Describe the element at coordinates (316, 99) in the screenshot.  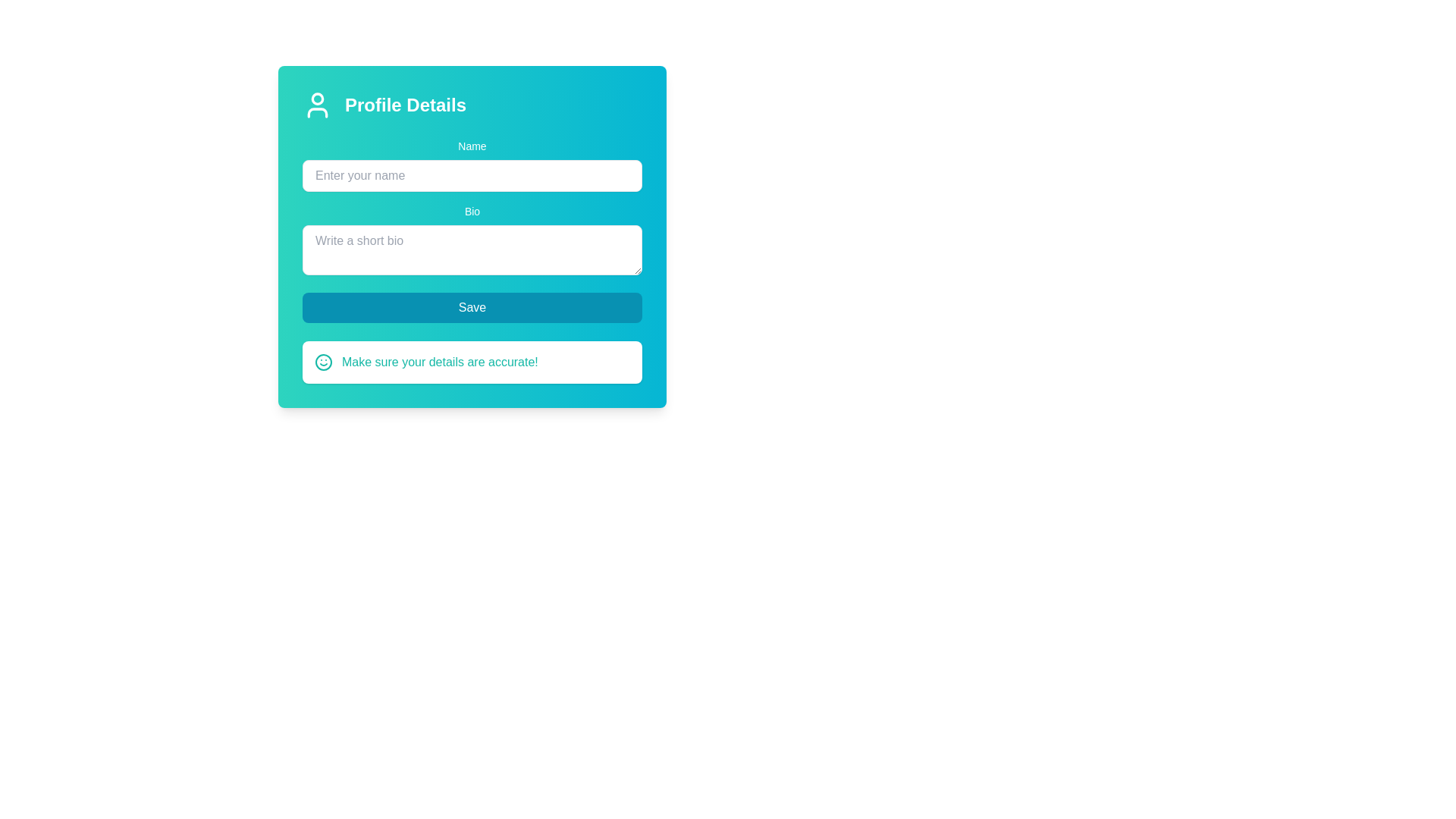
I see `the circular graphical element representing the head in the user profile icon located at the top left of the 'Profile Details' panel` at that location.